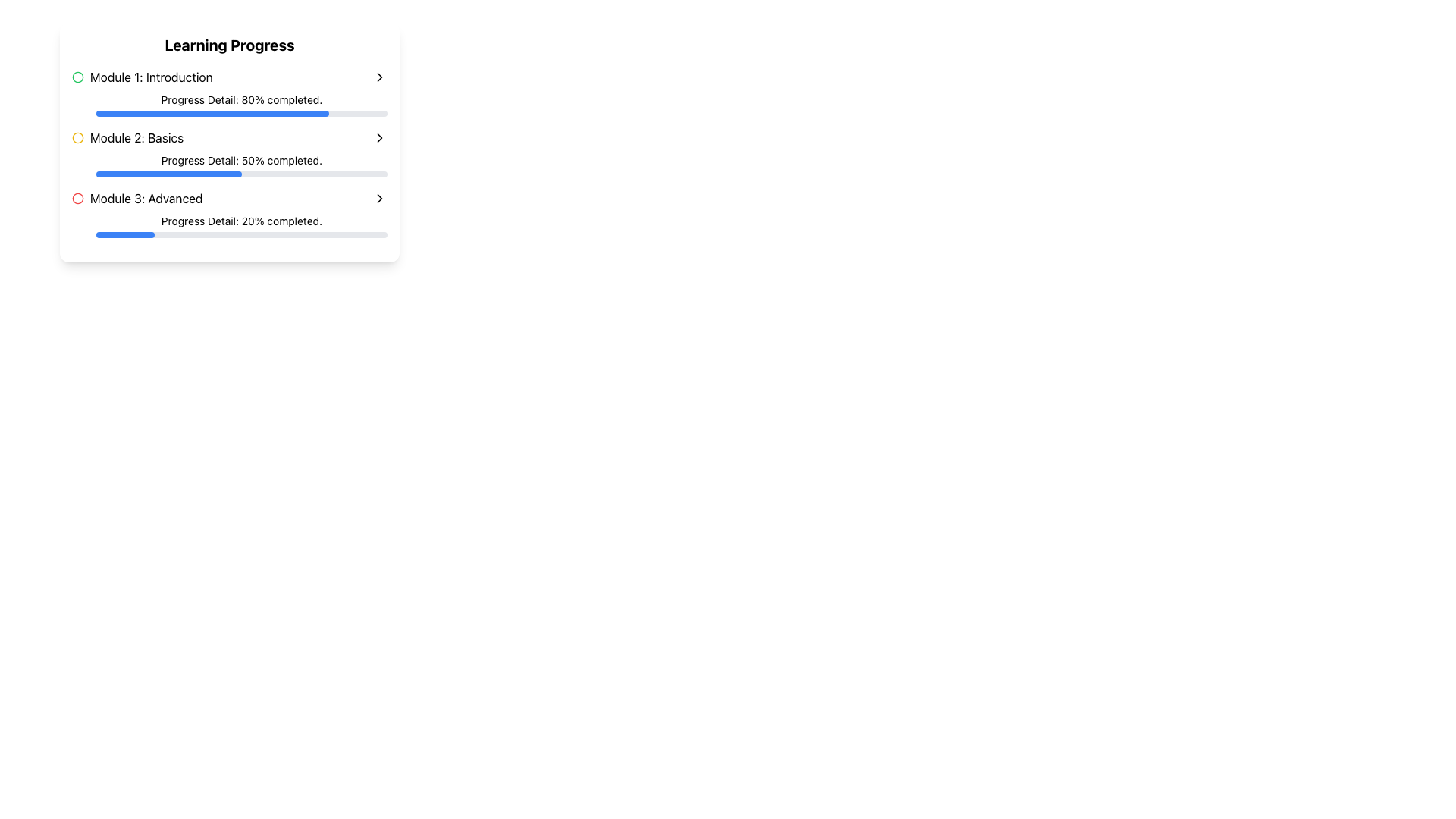 The height and width of the screenshot is (819, 1456). Describe the element at coordinates (228, 198) in the screenshot. I see `the button labeled 'Module 3: Advanced' which is the third item under 'Learning Progress', indicated by the red circular icon on the left and a right-pointing arrow on the right` at that location.